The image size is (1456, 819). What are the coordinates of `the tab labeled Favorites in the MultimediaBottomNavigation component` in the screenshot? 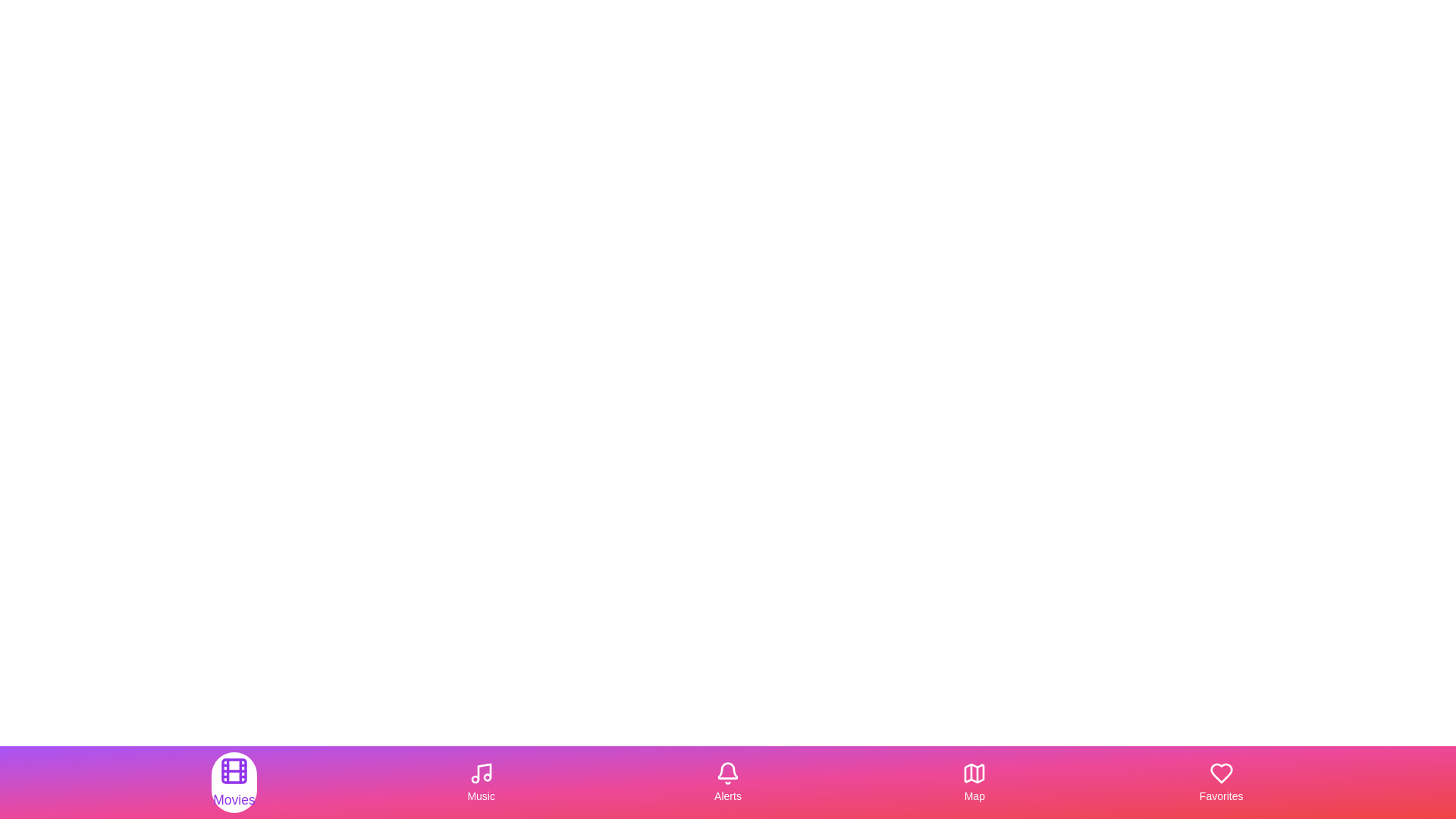 It's located at (1221, 783).